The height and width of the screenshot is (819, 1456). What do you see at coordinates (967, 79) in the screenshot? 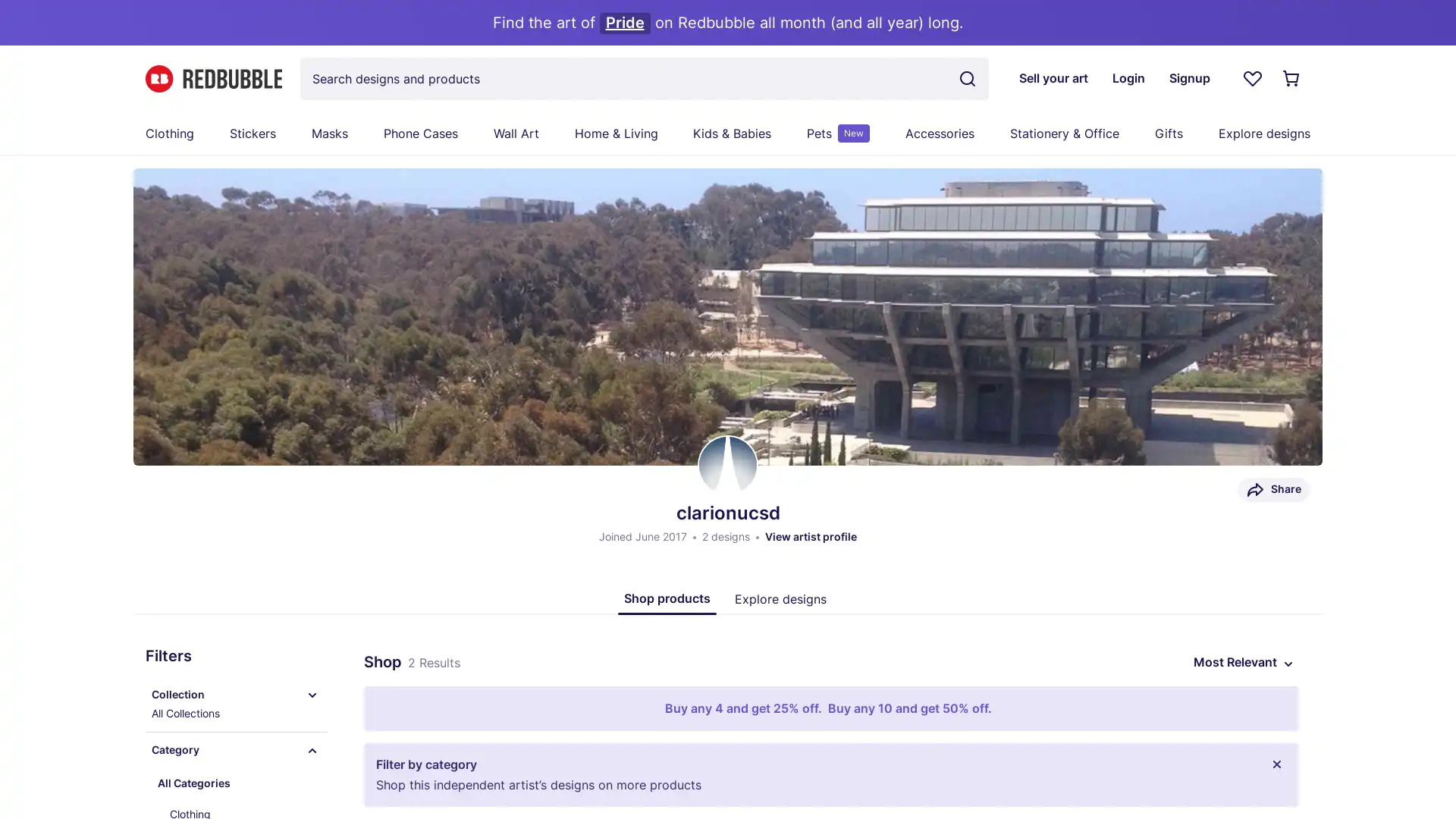
I see `Search term` at bounding box center [967, 79].